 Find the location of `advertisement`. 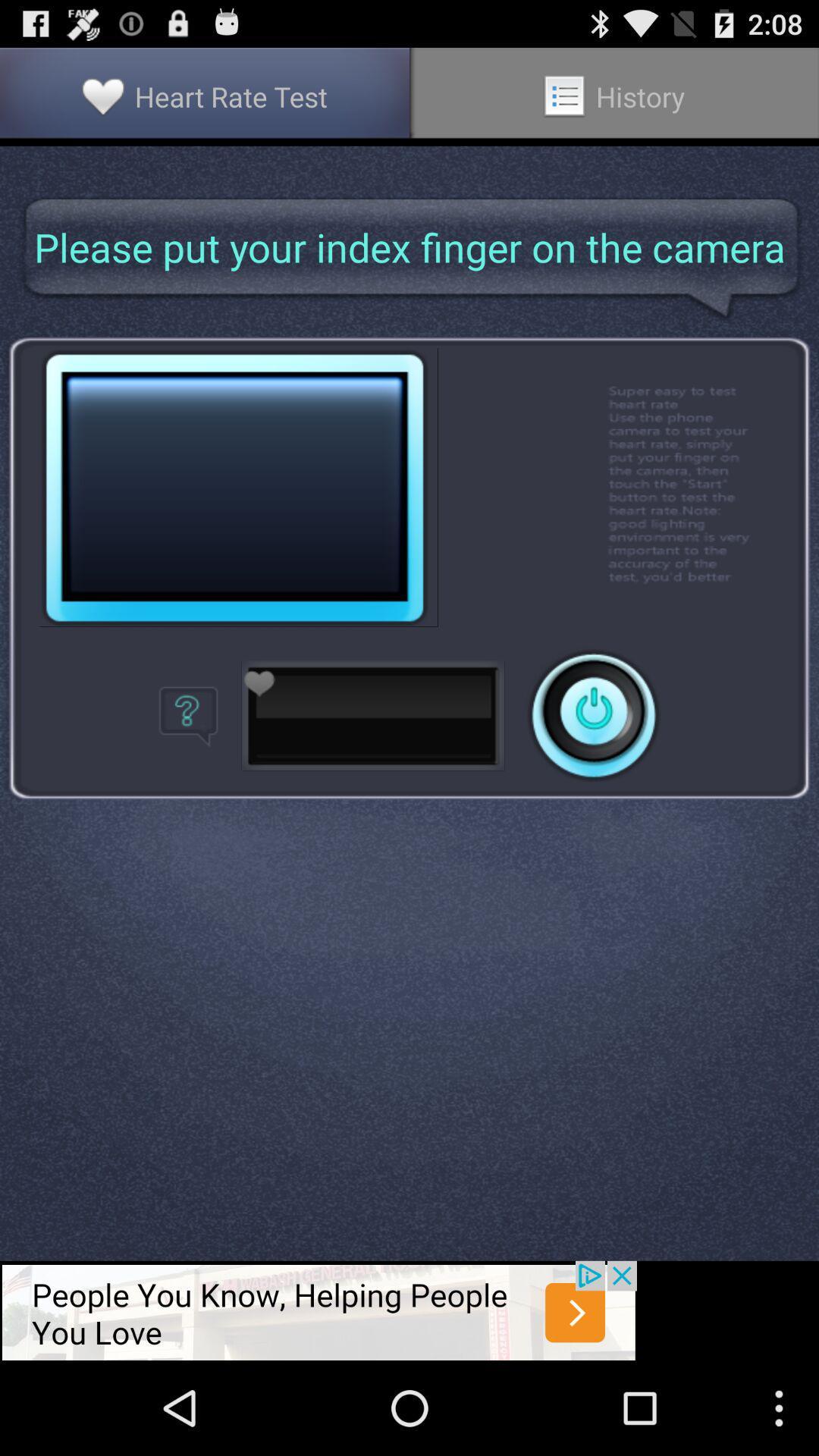

advertisement is located at coordinates (318, 1310).